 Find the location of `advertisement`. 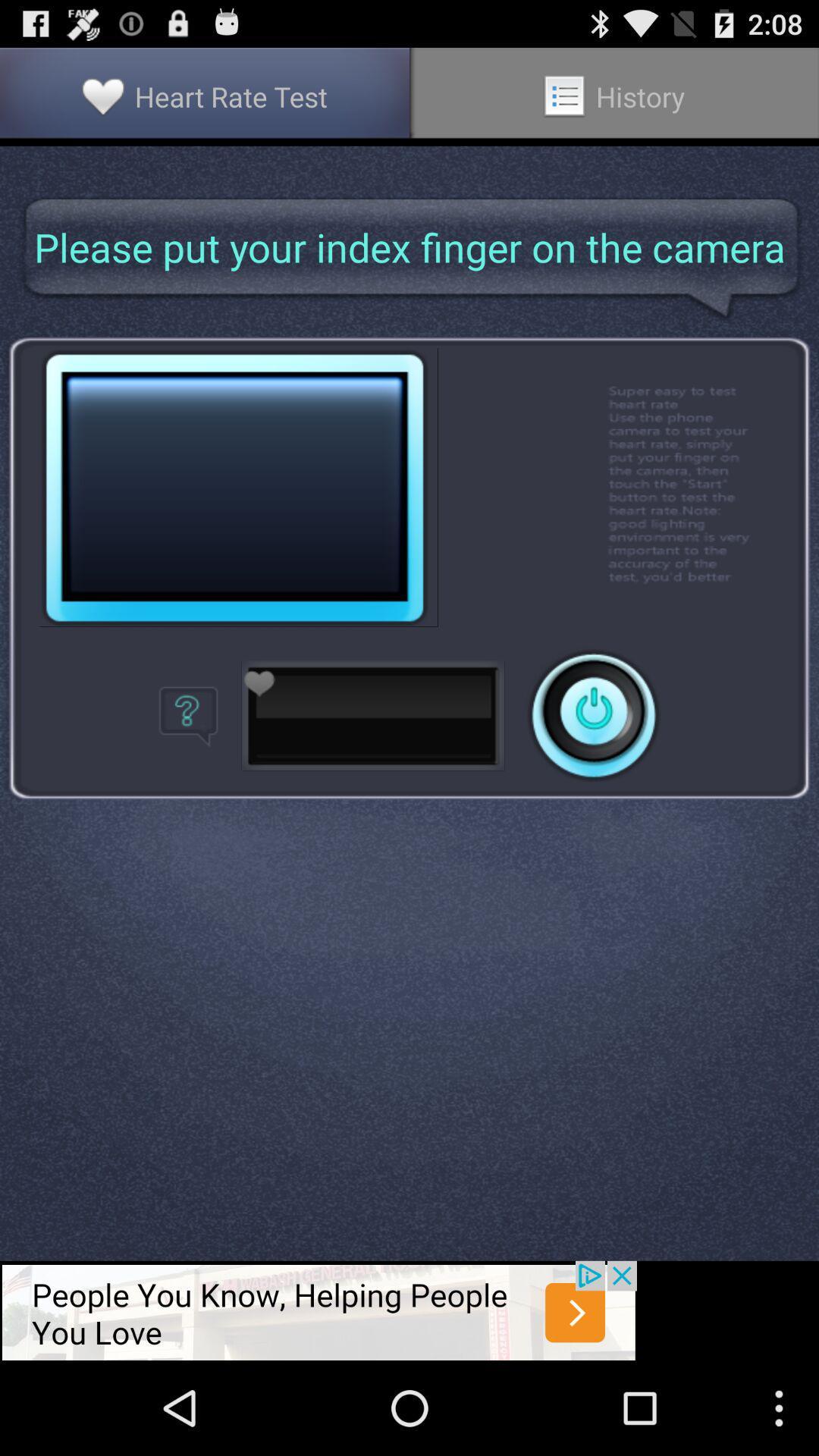

advertisement is located at coordinates (318, 1310).